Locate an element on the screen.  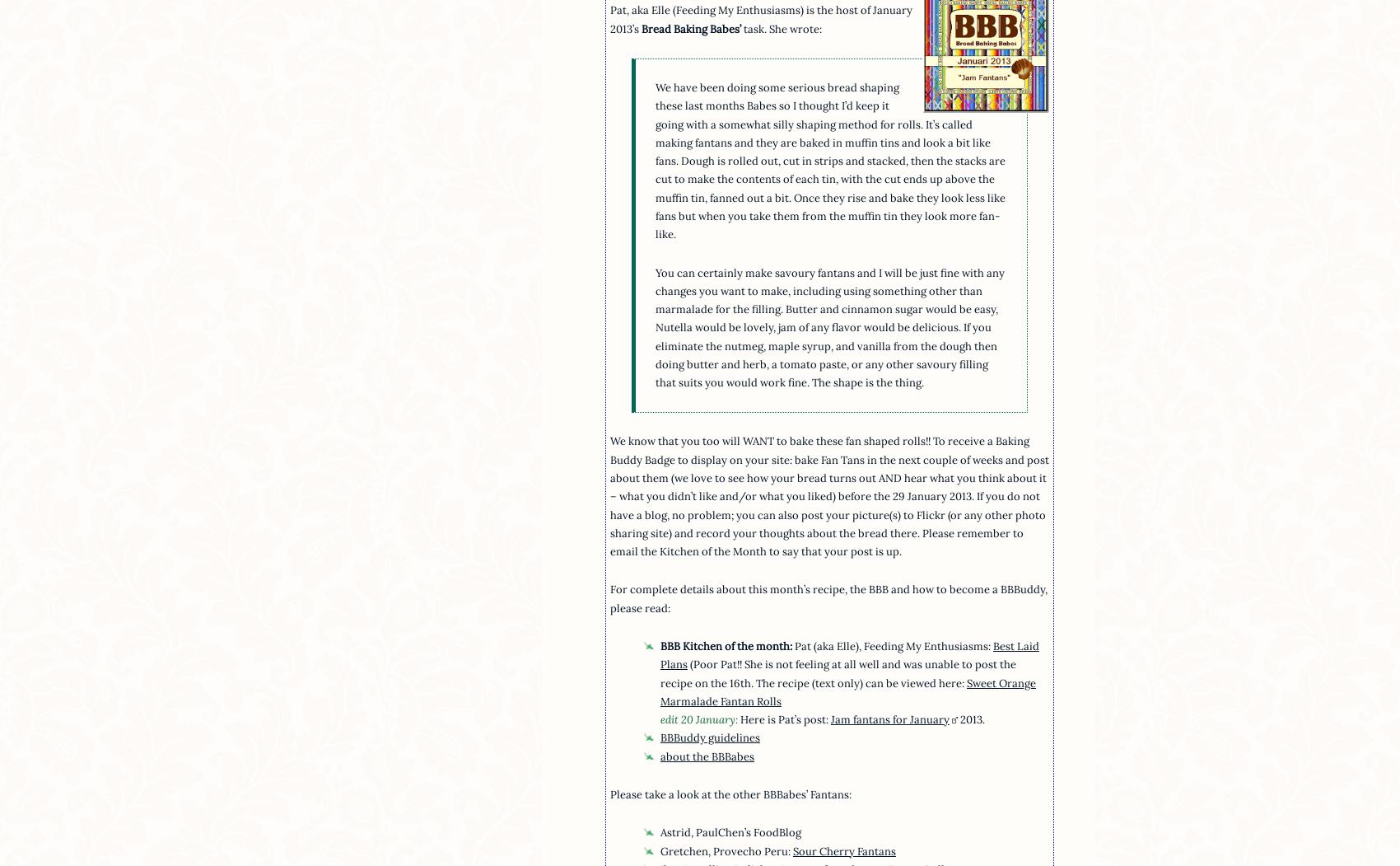
'For complete details about this month’s recipe, the BBB and how to become a BBBuddy, please read:' is located at coordinates (827, 597).